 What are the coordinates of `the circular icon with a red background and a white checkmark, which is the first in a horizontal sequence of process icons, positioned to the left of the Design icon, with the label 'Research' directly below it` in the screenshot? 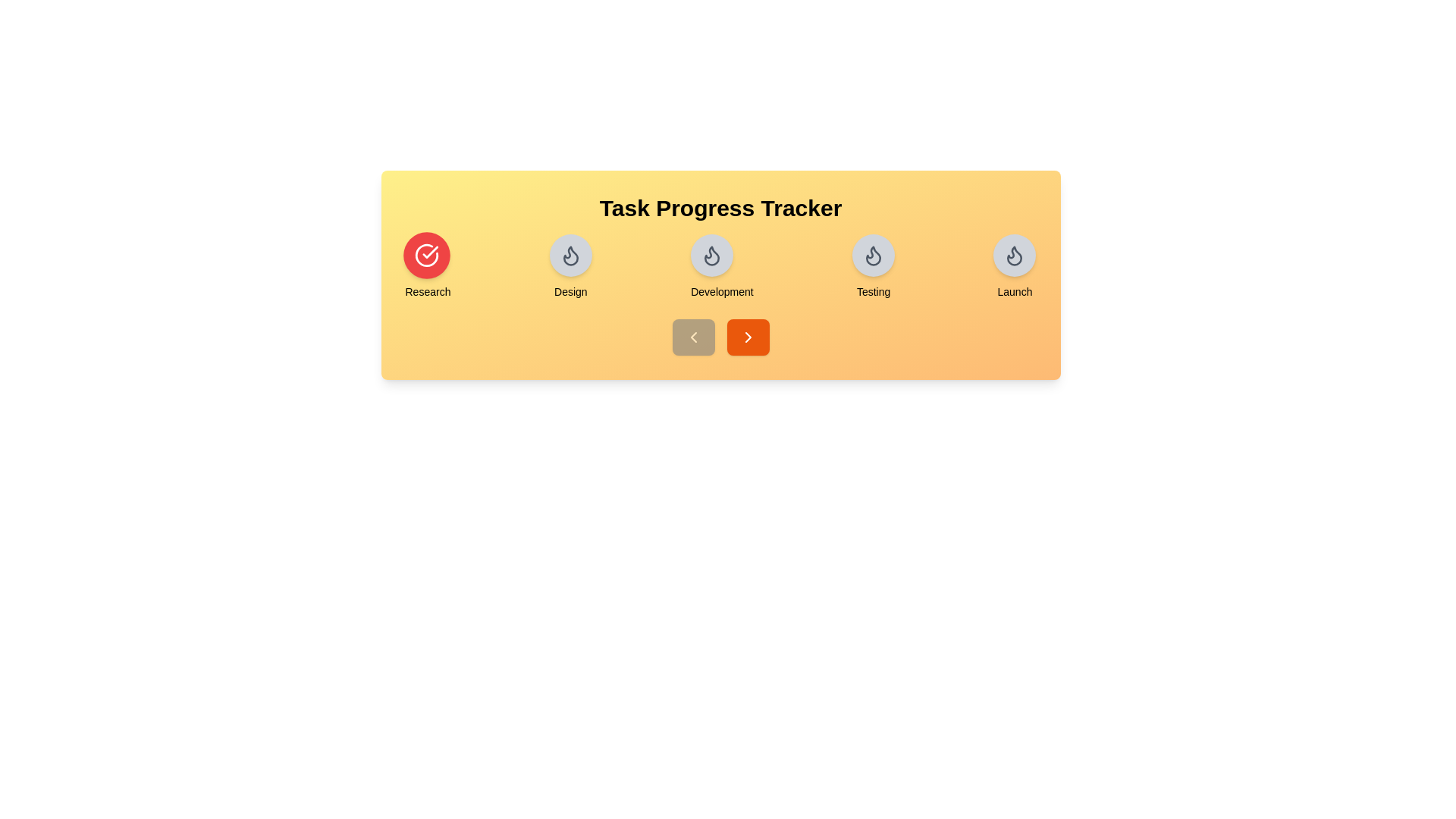 It's located at (425, 254).